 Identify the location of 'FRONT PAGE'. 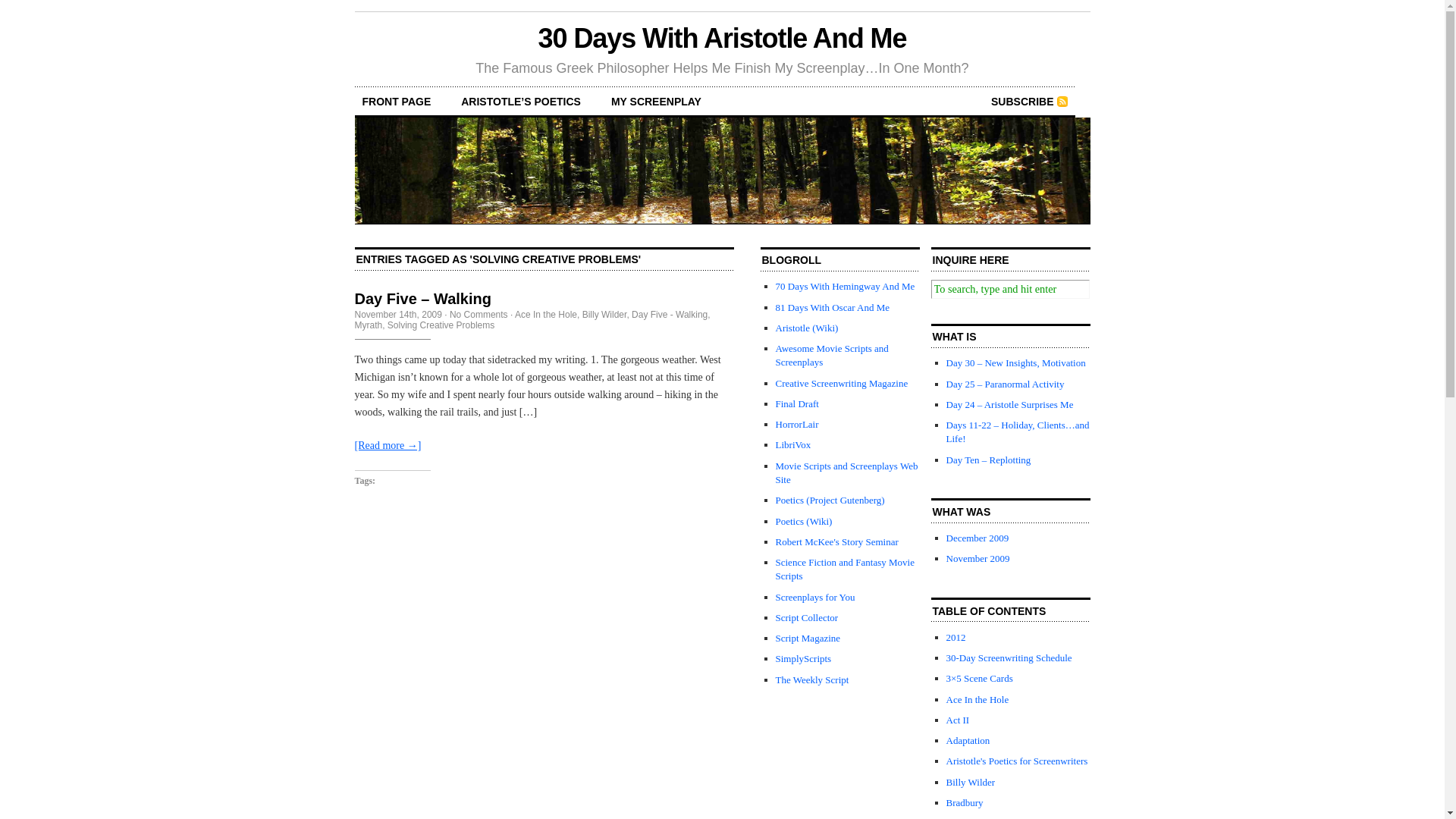
(397, 102).